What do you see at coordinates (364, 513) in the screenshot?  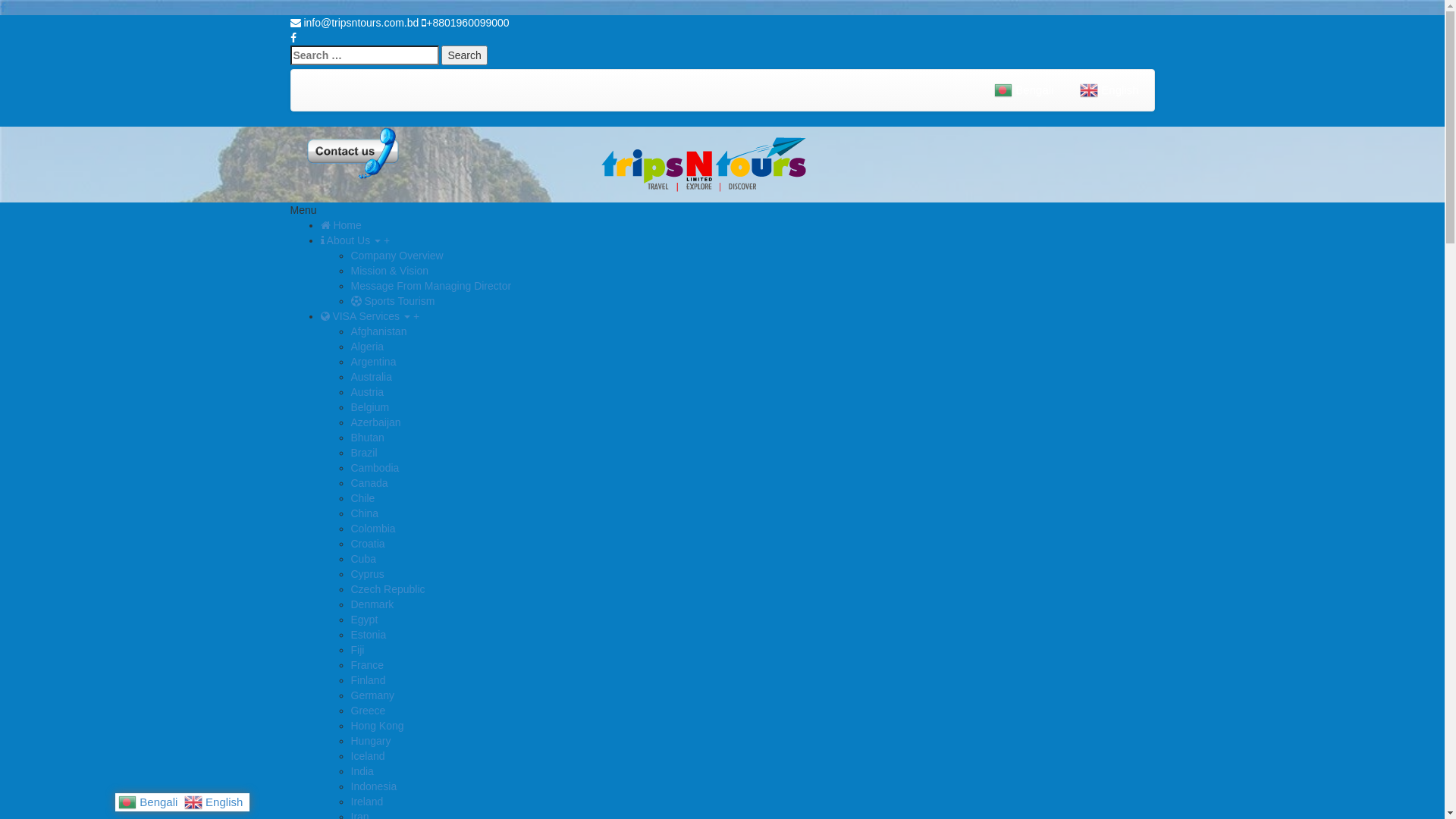 I see `'China'` at bounding box center [364, 513].